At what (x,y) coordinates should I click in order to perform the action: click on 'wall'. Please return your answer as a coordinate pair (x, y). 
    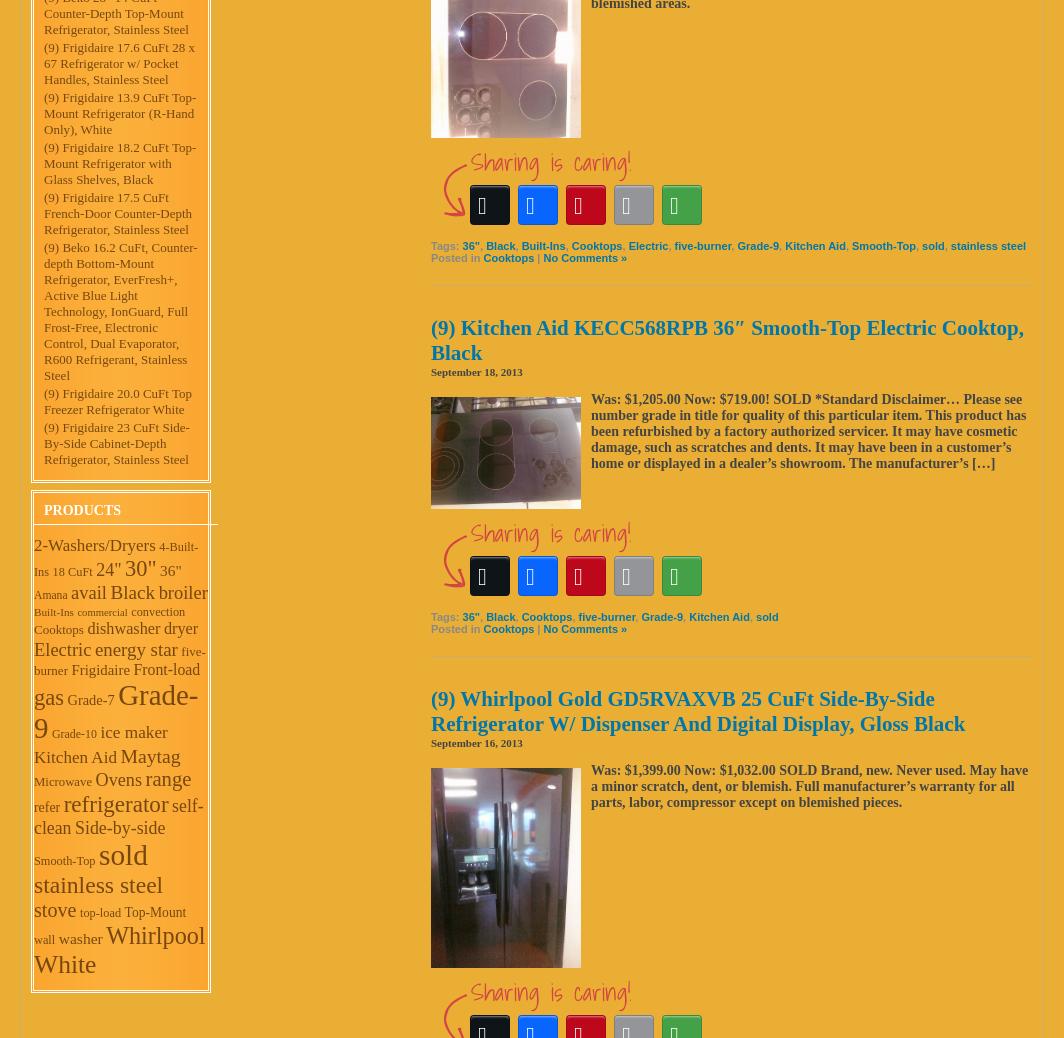
    Looking at the image, I should click on (44, 940).